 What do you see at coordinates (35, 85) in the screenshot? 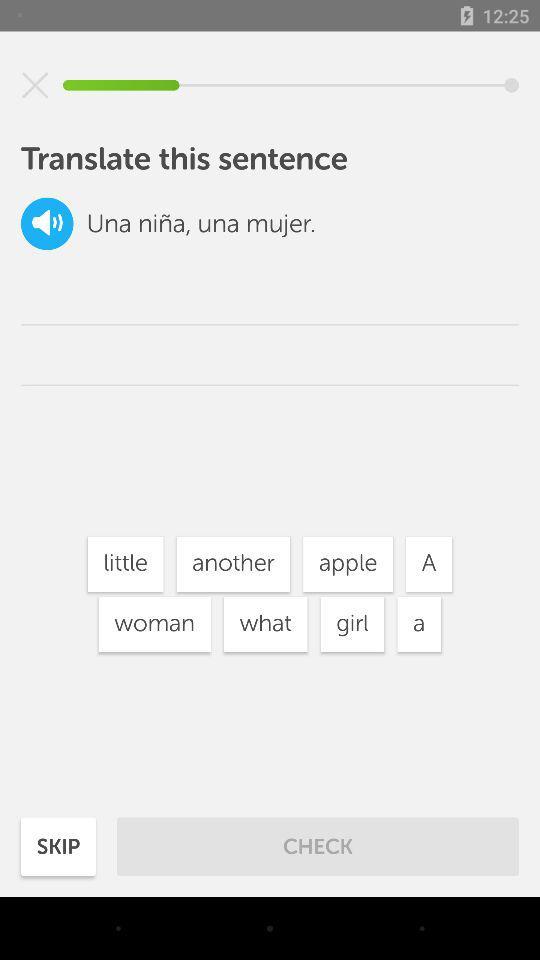
I see `icon above translate this sentence icon` at bounding box center [35, 85].